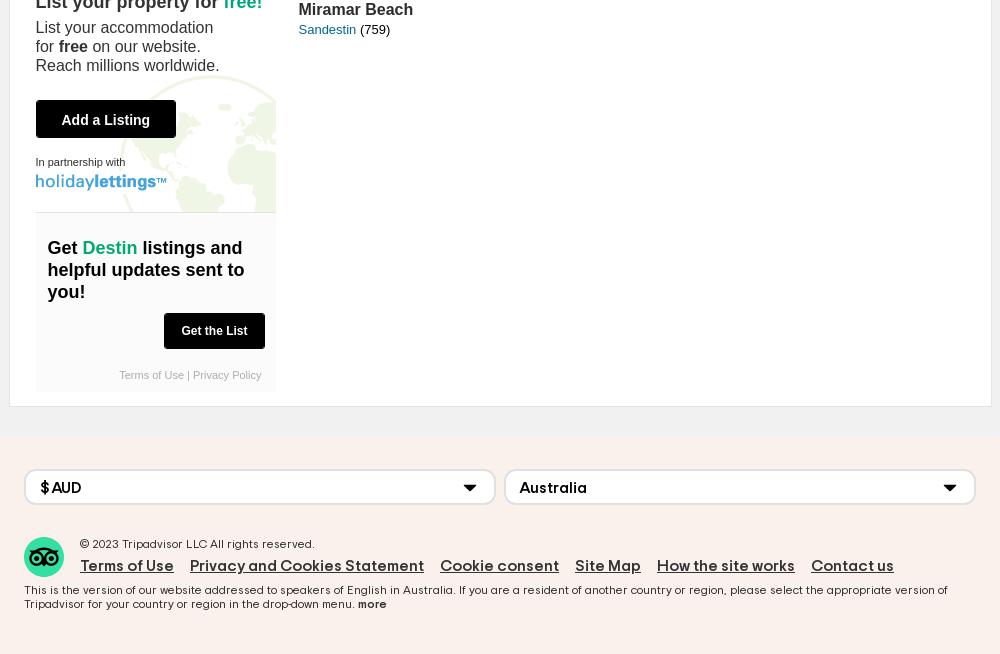 The image size is (1000, 654). What do you see at coordinates (145, 268) in the screenshot?
I see `'listings and helpful updates sent to you!'` at bounding box center [145, 268].